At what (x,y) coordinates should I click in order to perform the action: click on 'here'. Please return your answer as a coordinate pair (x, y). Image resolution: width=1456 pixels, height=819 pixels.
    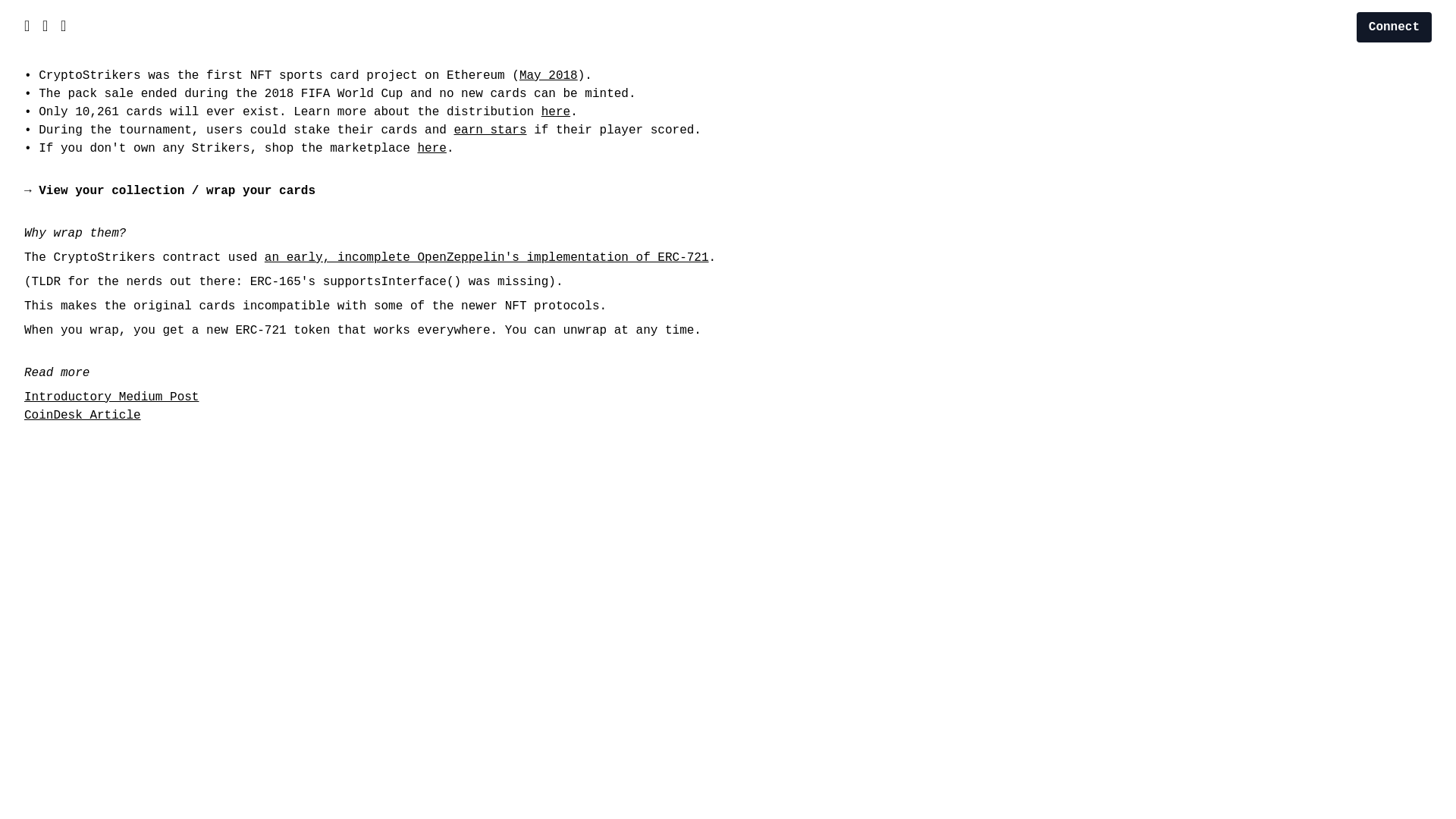
    Looking at the image, I should click on (555, 111).